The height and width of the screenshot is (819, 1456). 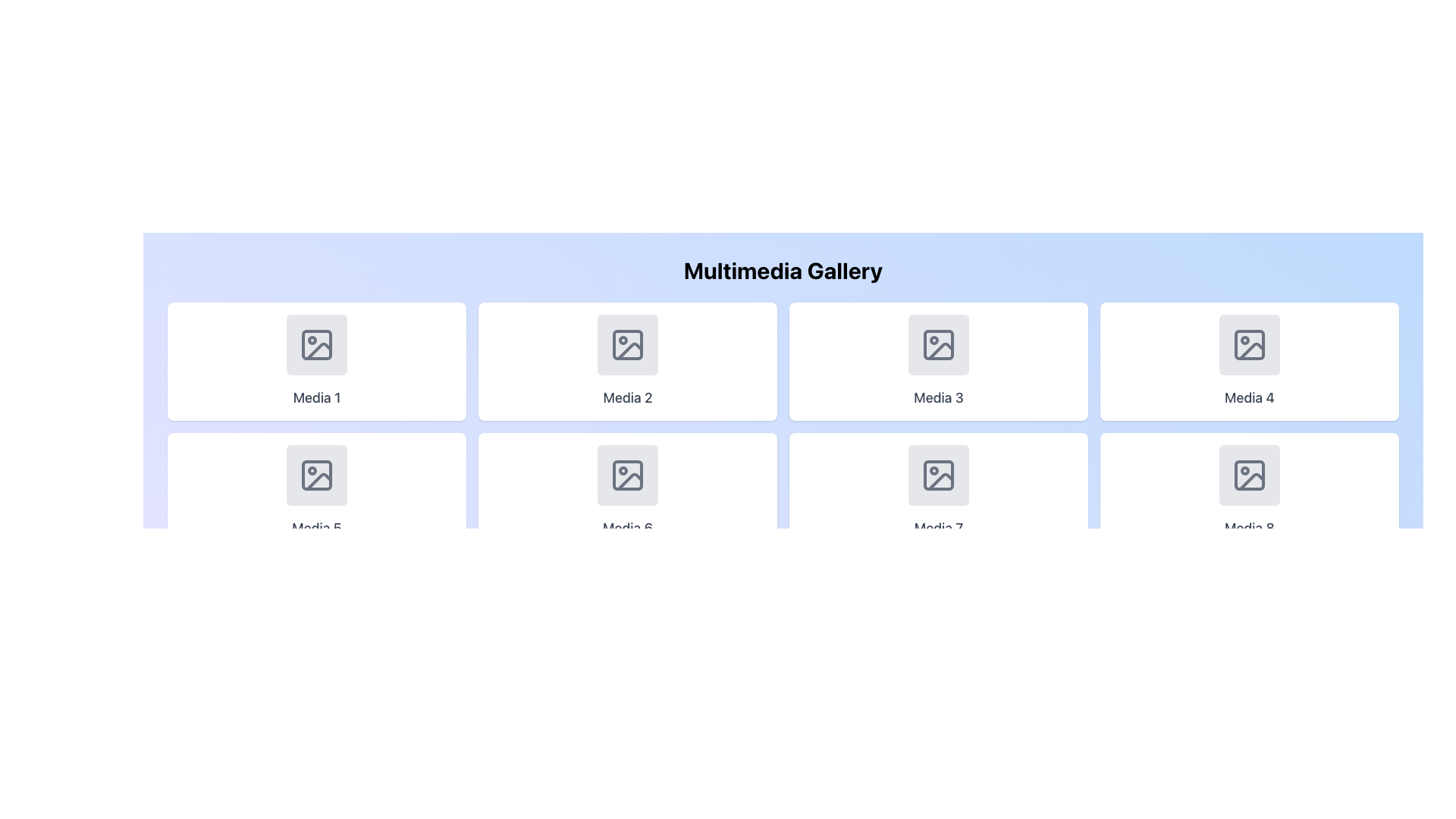 I want to click on the icon labeled 'Media 5' located in the second row, first column of the multimedia gallery grid, which is contained within a light gray rounded rectangular area, so click(x=315, y=475).